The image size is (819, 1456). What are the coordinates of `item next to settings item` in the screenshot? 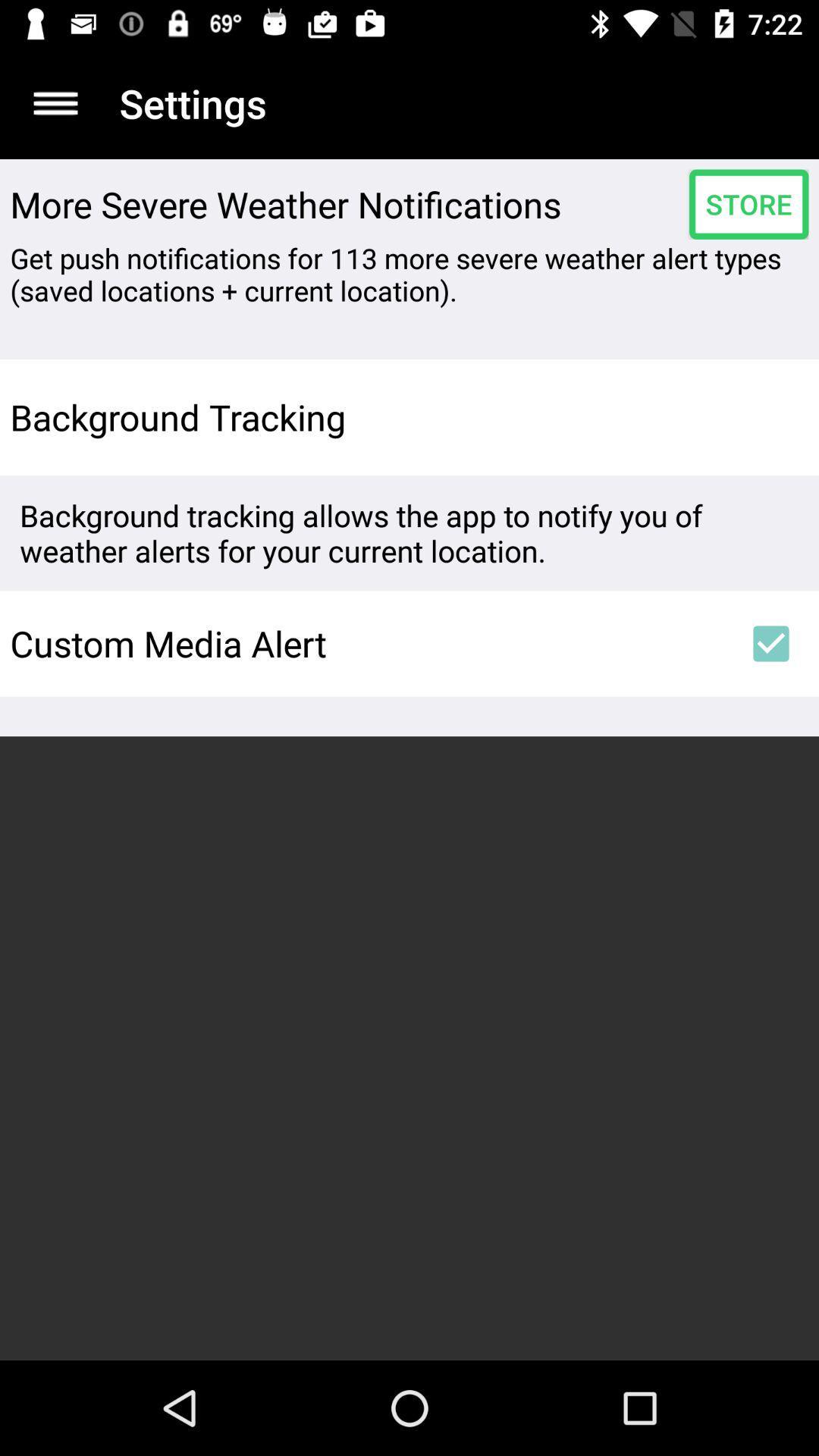 It's located at (55, 102).